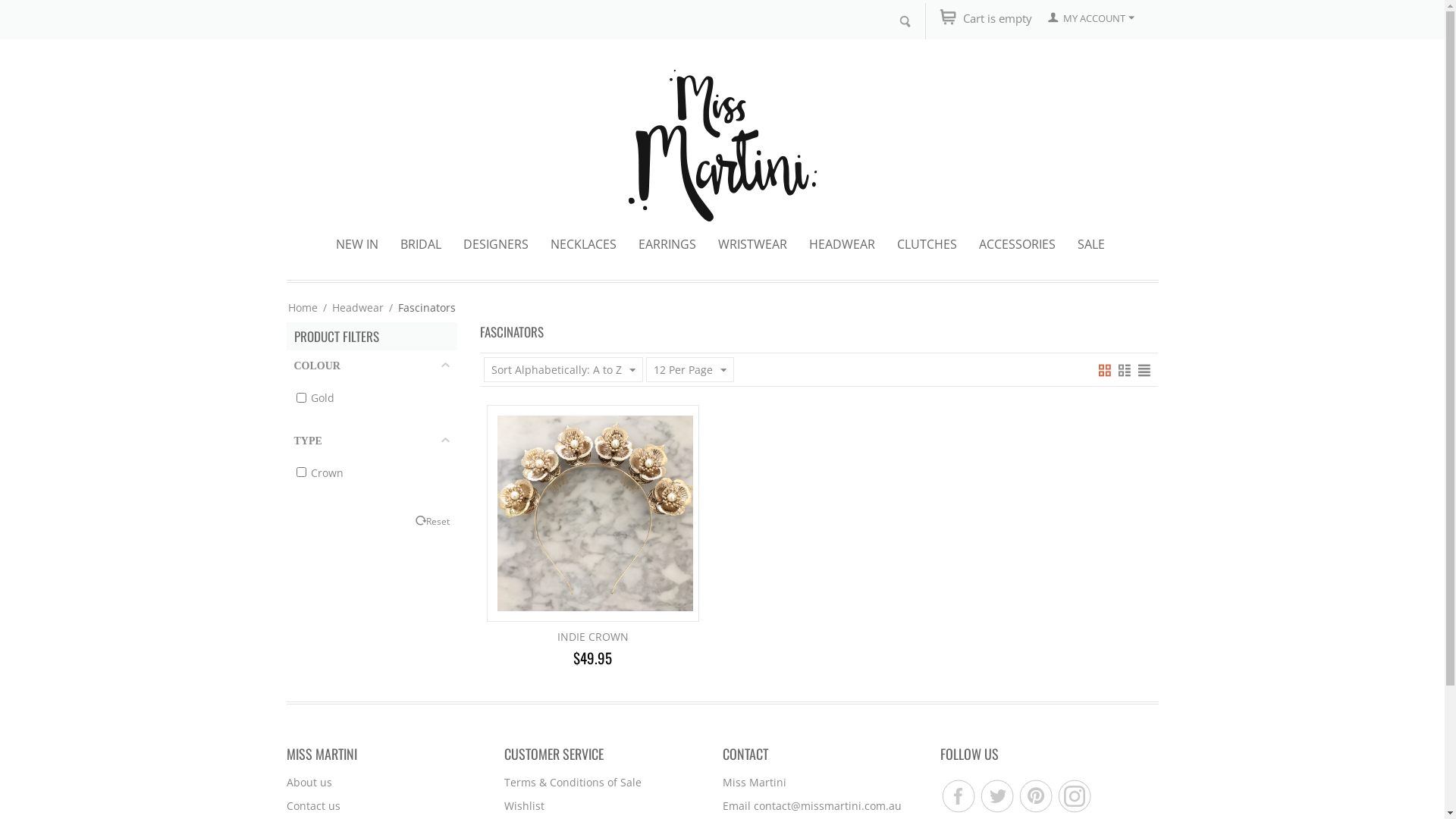 Image resolution: width=1456 pixels, height=819 pixels. I want to click on '  MY ACCOUNT', so click(1090, 17).